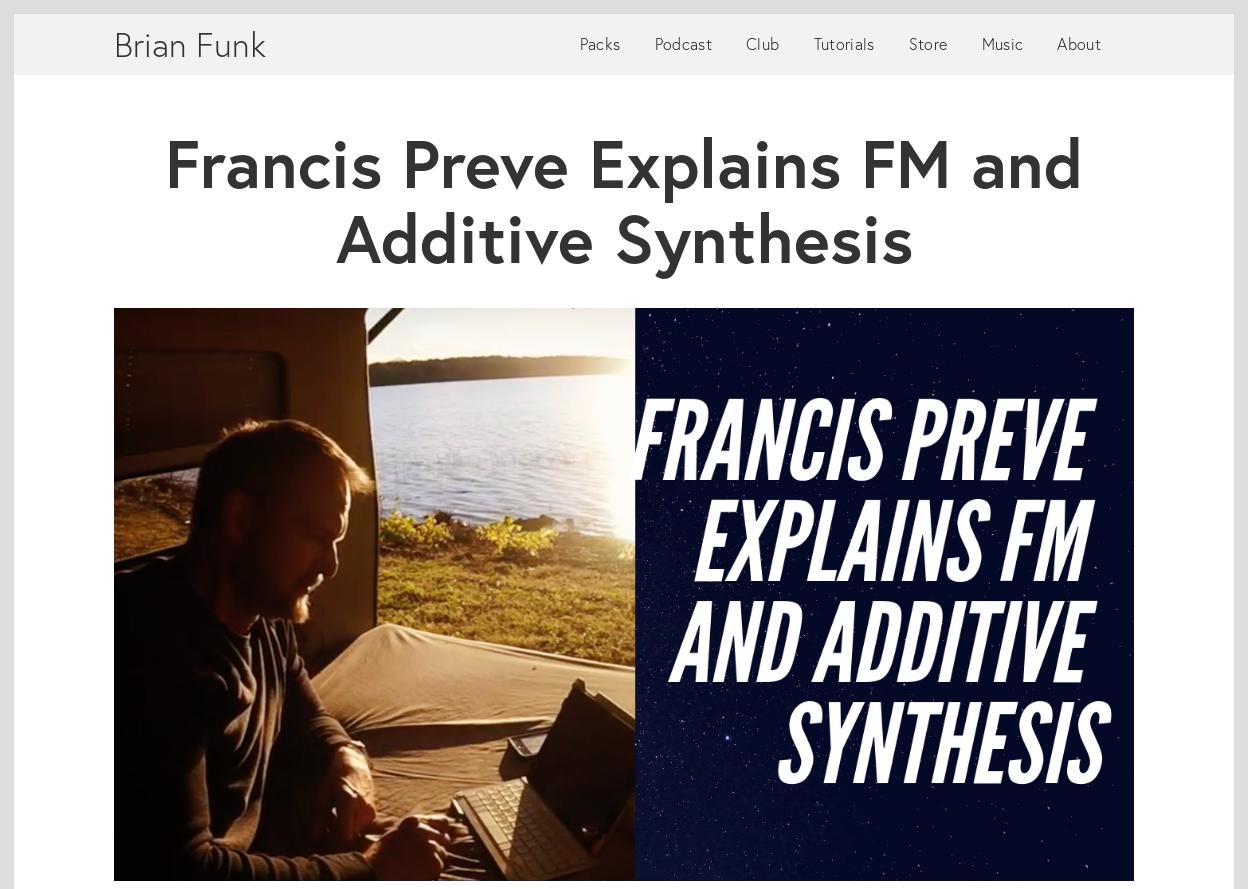 This screenshot has height=889, width=1248. Describe the element at coordinates (598, 43) in the screenshot. I see `'Packs'` at that location.